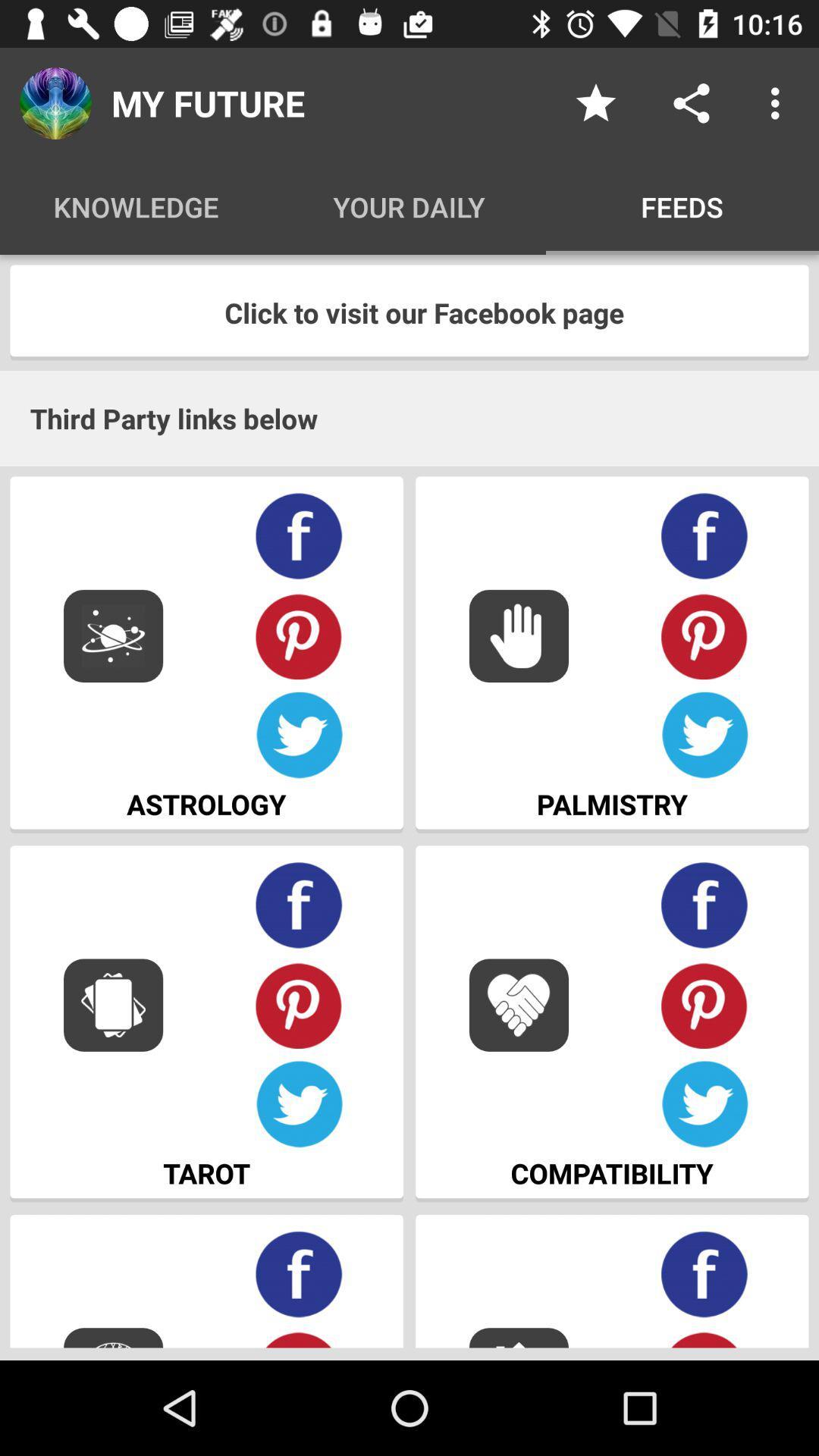  Describe the element at coordinates (299, 536) in the screenshot. I see `share to facebook` at that location.